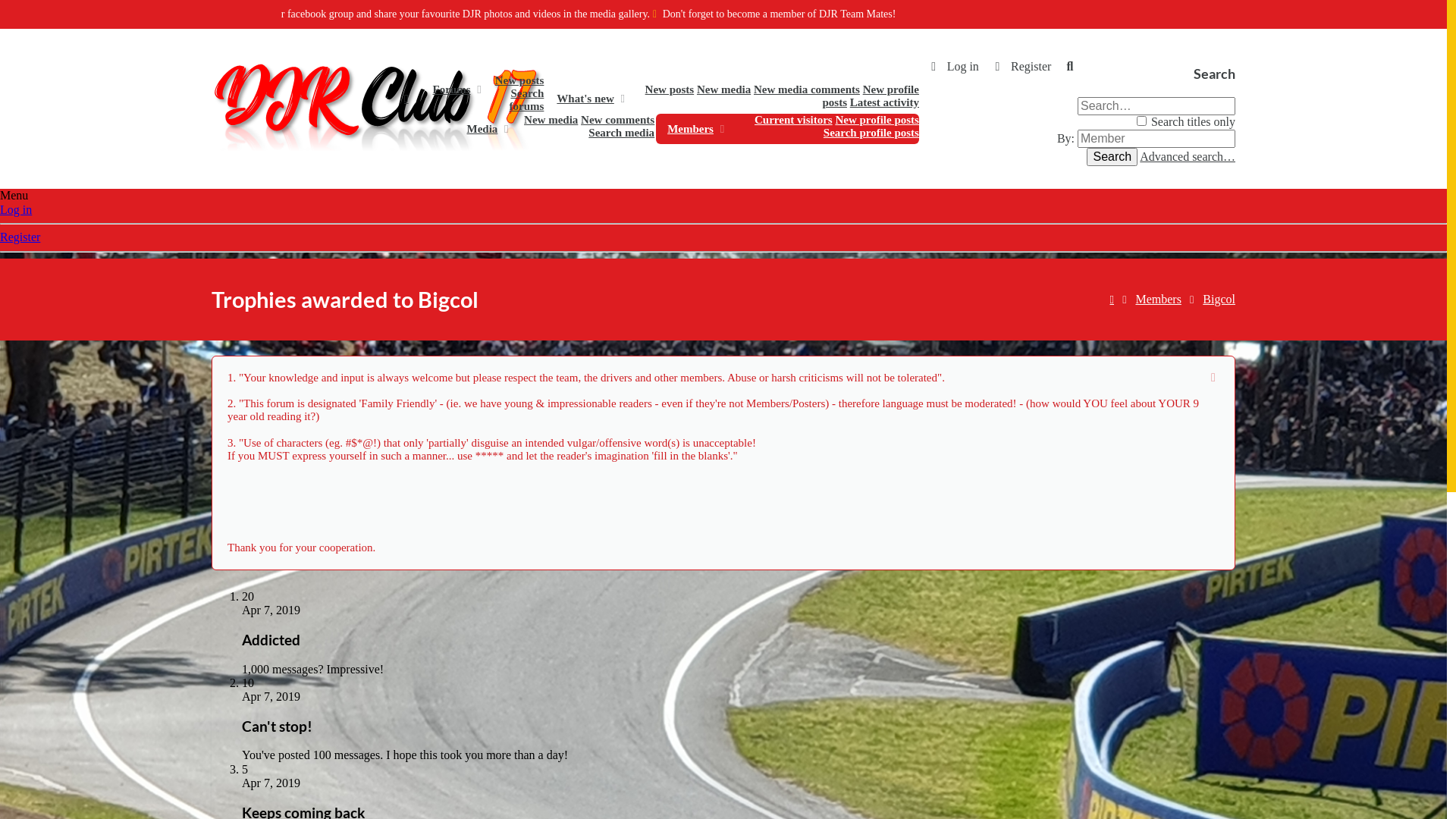 The image size is (1456, 819). Describe the element at coordinates (454, 127) in the screenshot. I see `'Media'` at that location.